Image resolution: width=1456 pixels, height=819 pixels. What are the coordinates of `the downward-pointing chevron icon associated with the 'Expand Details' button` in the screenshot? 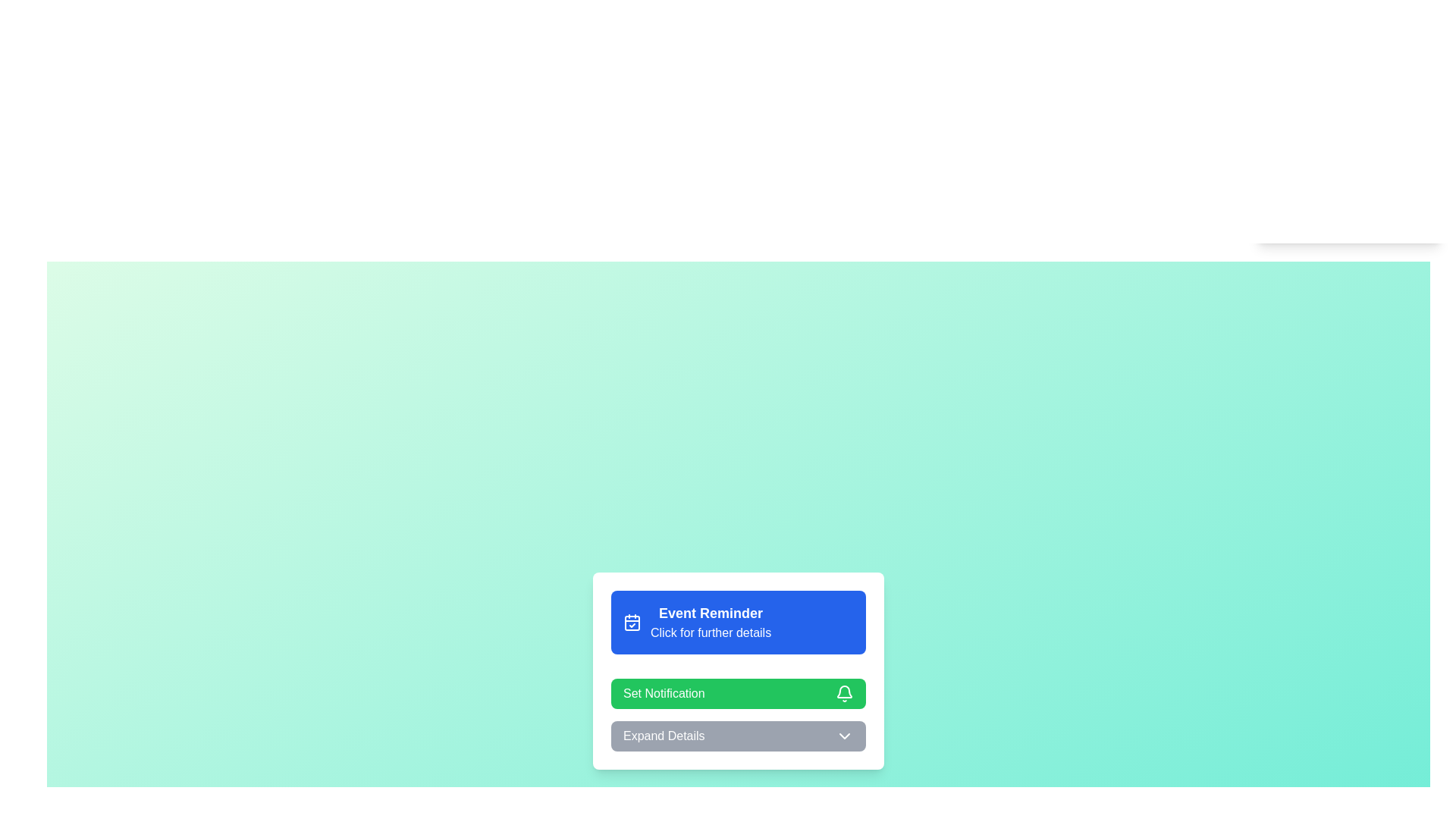 It's located at (843, 736).